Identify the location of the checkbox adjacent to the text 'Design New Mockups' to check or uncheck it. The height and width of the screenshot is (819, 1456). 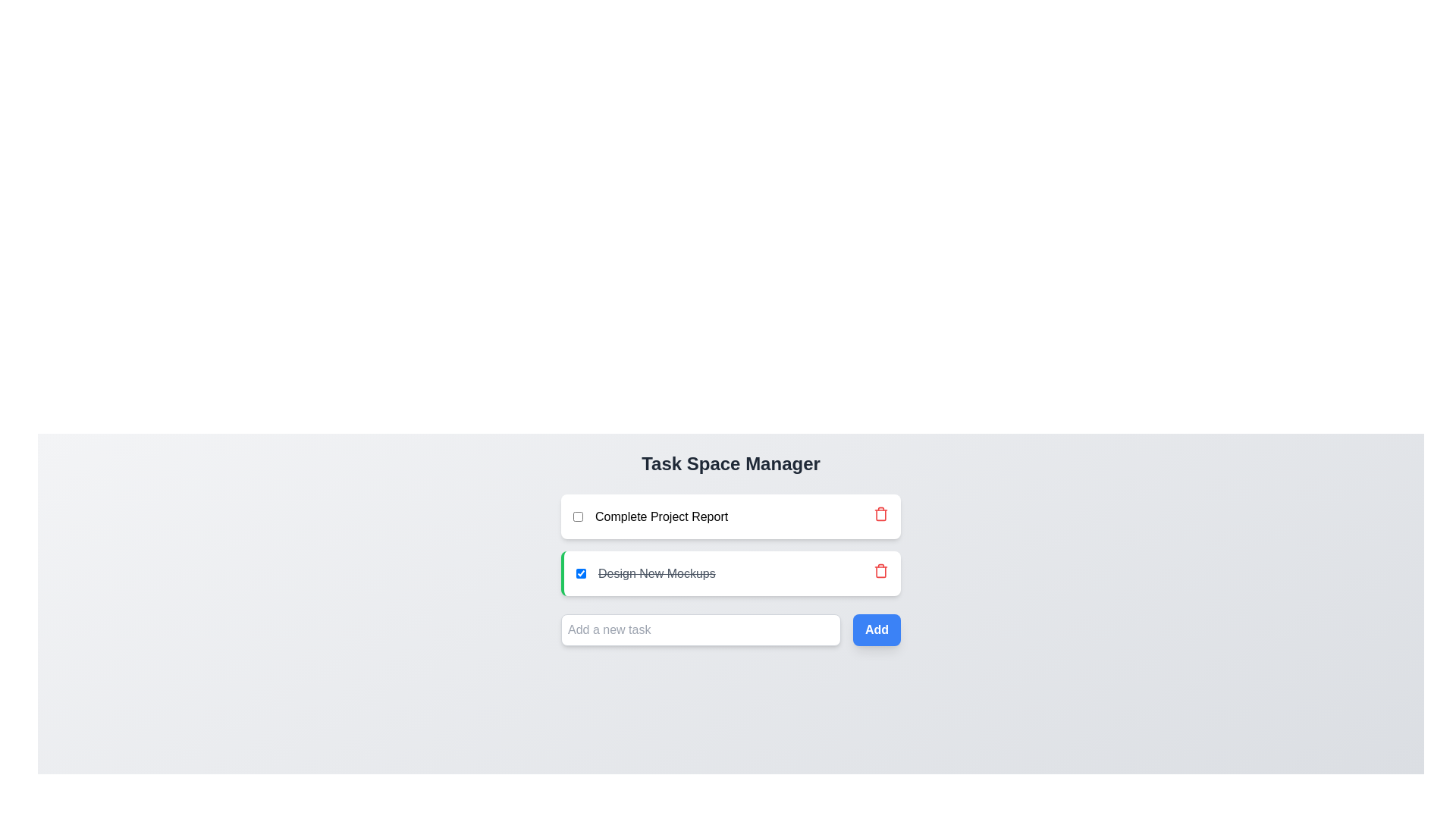
(580, 573).